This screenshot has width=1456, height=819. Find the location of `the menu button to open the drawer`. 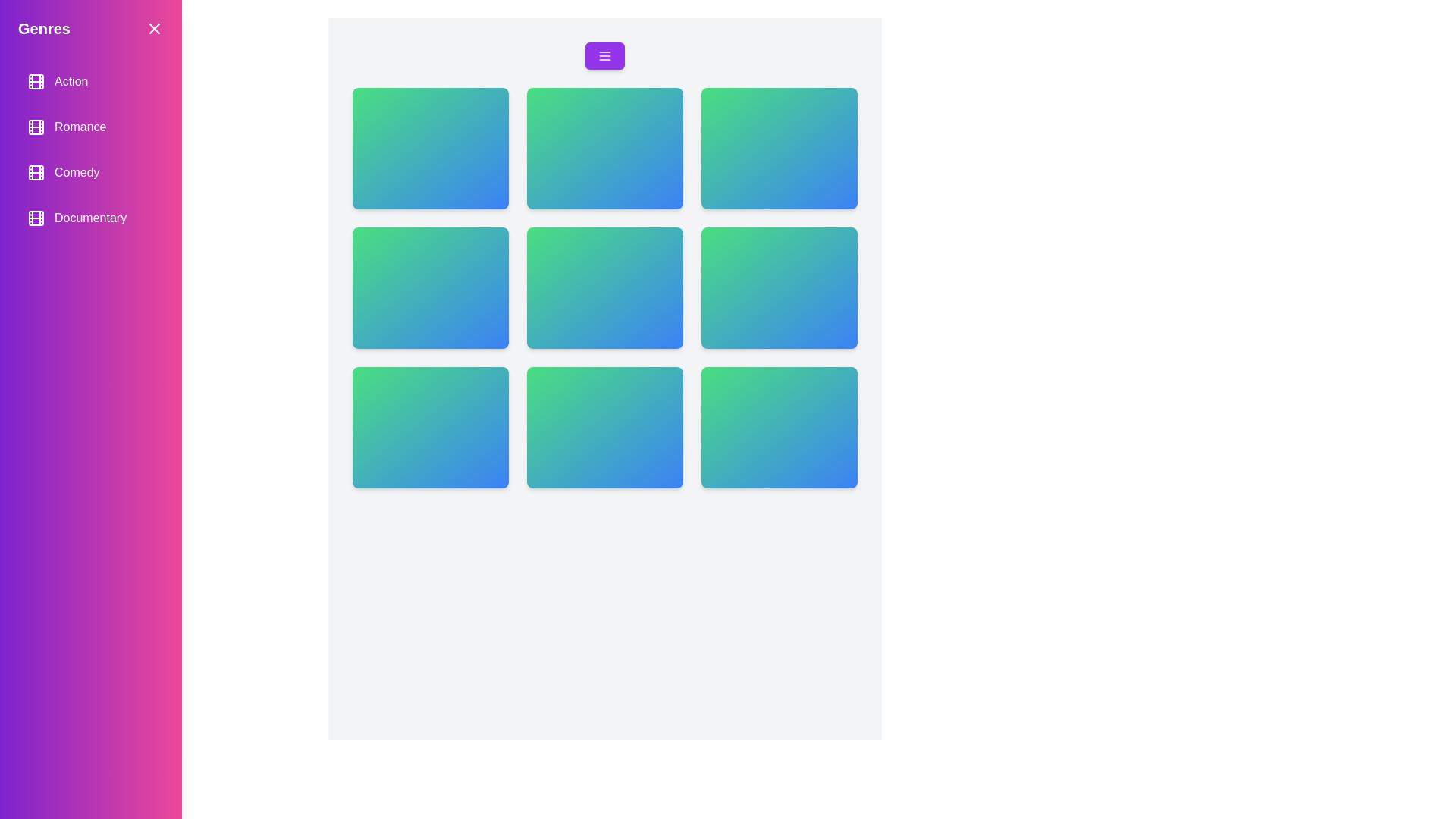

the menu button to open the drawer is located at coordinates (604, 55).